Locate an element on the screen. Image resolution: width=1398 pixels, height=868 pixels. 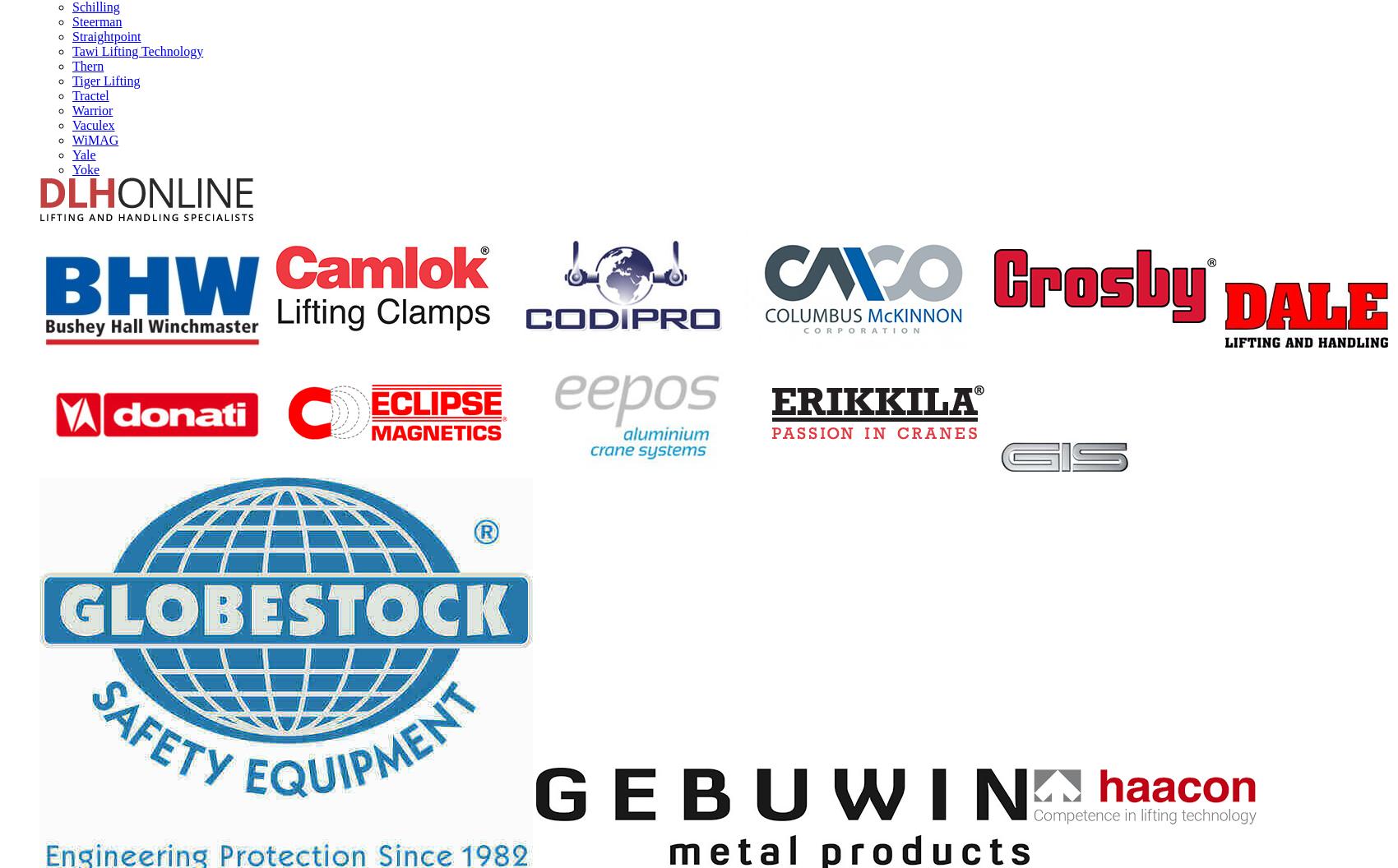
'Yale' is located at coordinates (84, 154).